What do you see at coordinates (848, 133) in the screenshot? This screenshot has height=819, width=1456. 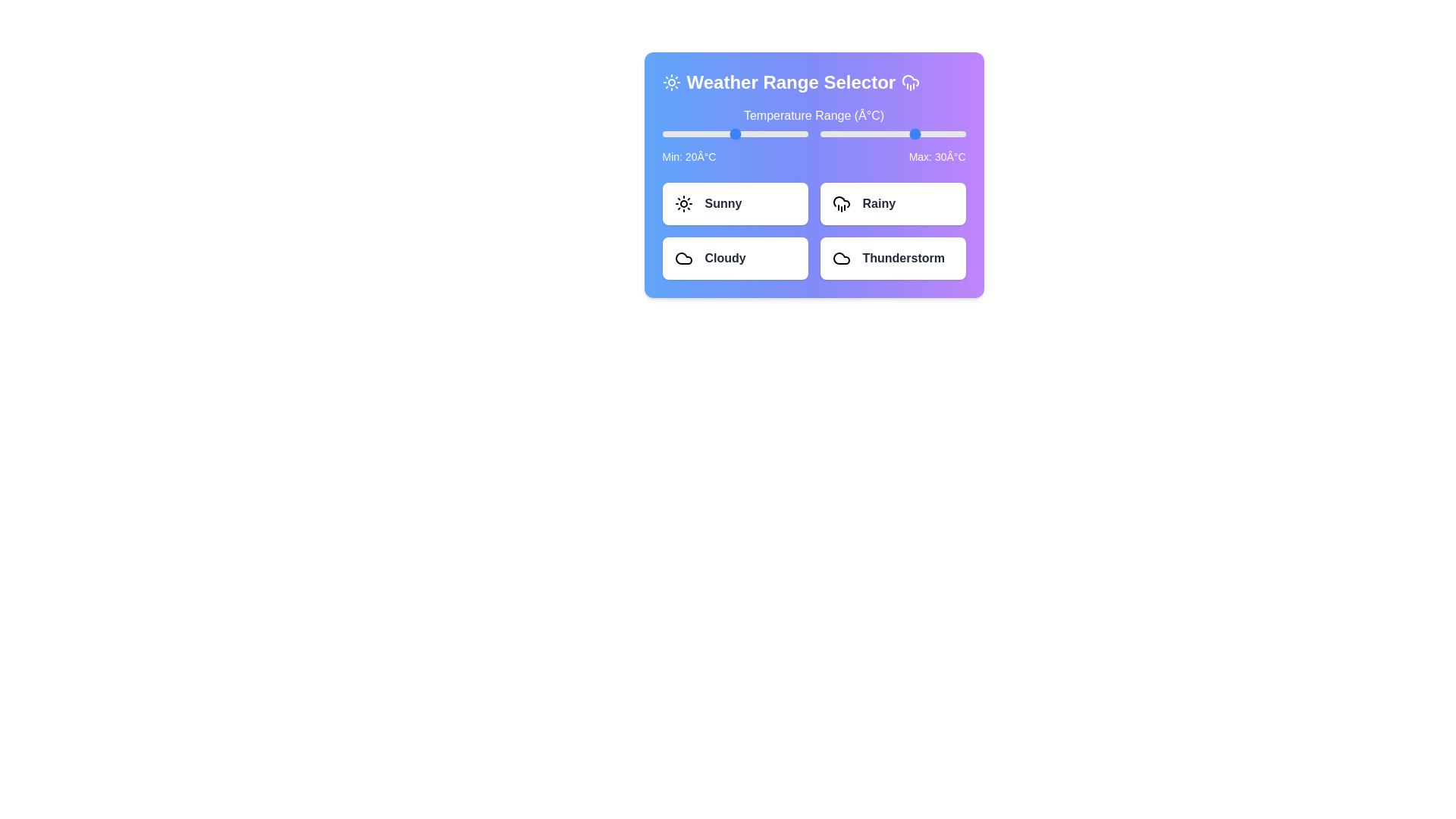 I see `the maximum temperature slider to 2°C` at bounding box center [848, 133].